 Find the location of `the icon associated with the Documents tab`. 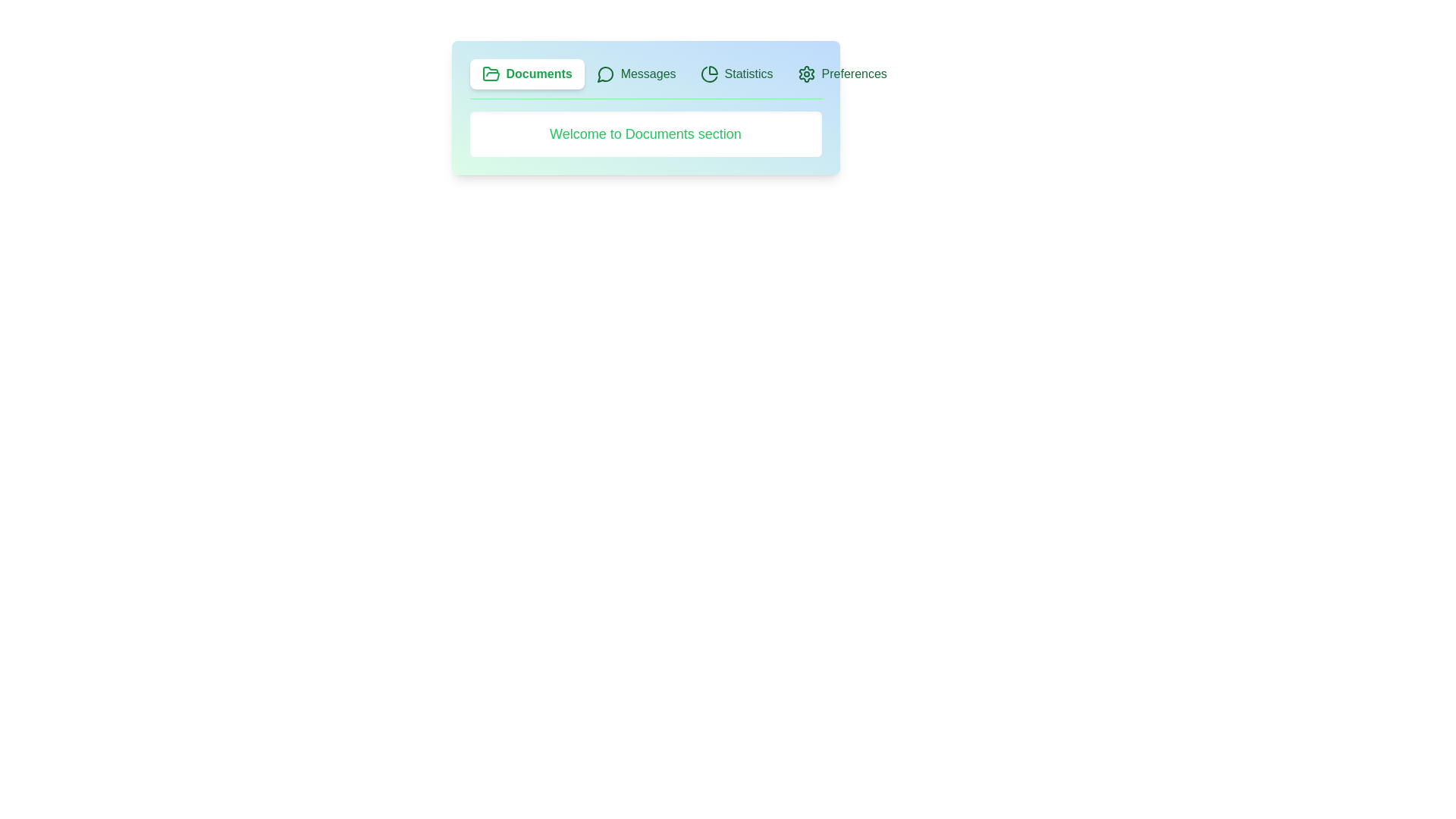

the icon associated with the Documents tab is located at coordinates (491, 74).